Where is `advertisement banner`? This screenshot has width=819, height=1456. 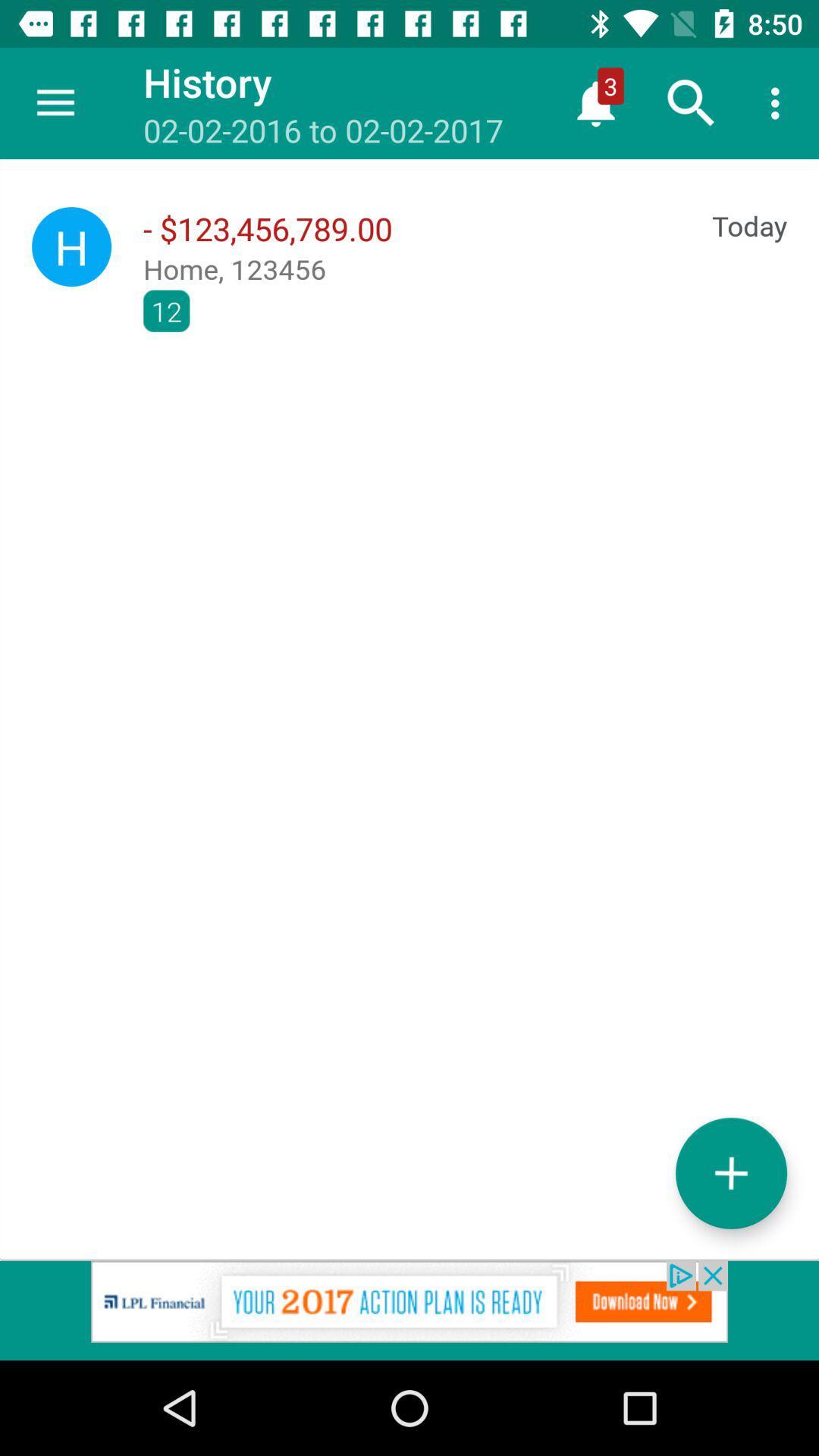
advertisement banner is located at coordinates (409, 1310).